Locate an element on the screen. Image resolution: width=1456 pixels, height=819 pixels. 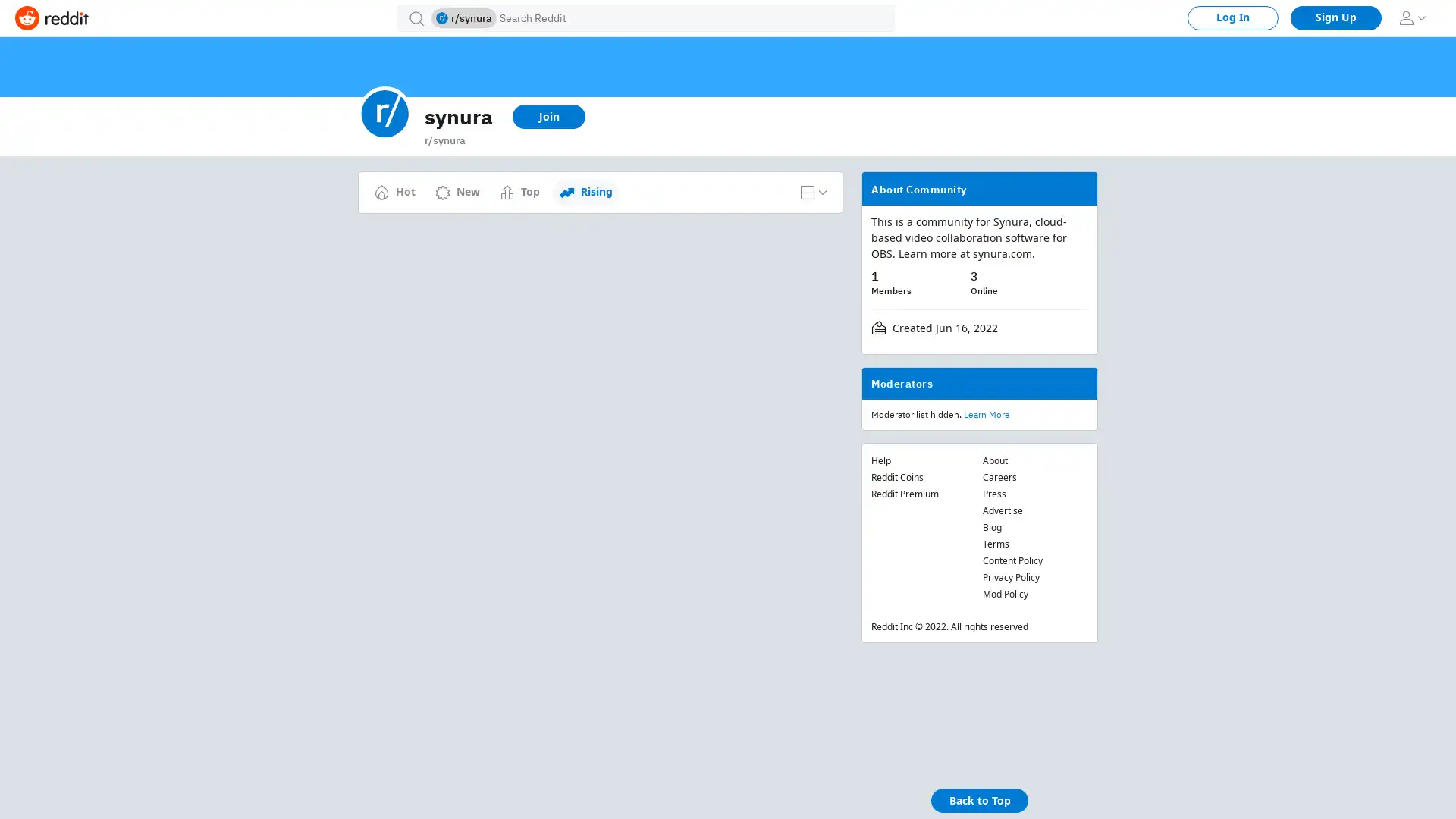
Save is located at coordinates (561, 305).